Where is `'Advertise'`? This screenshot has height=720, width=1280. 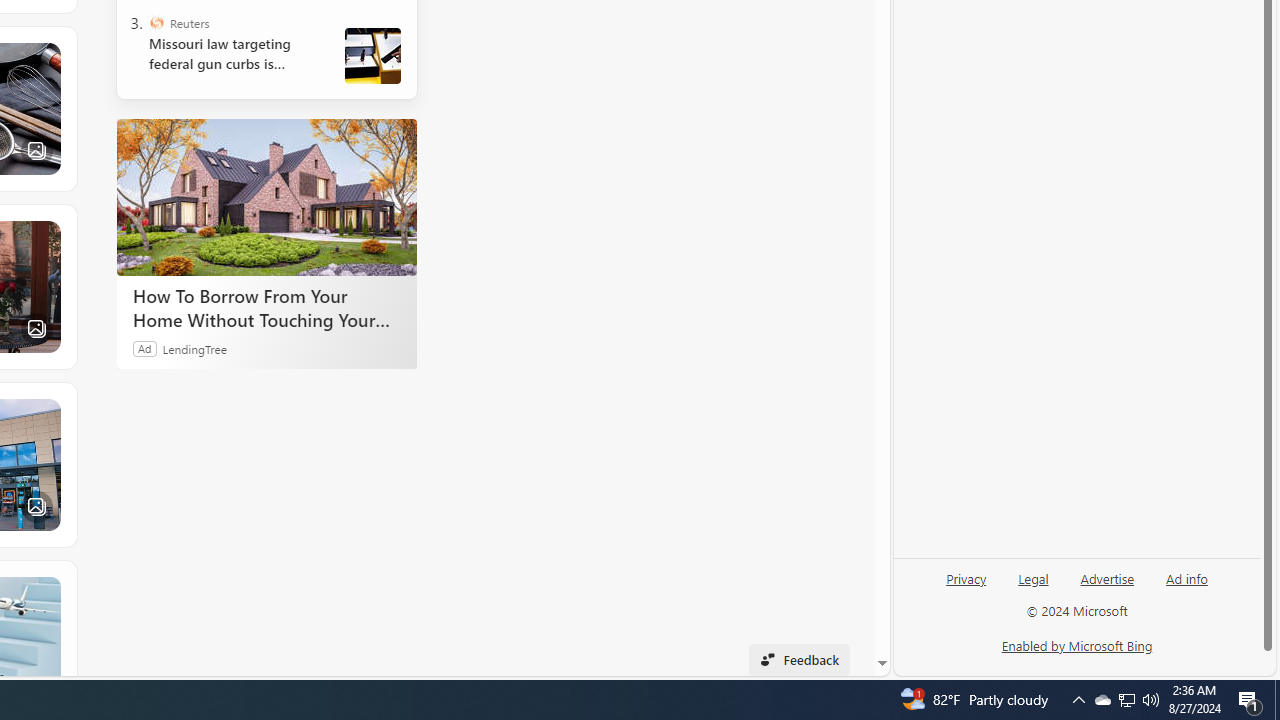 'Advertise' is located at coordinates (1106, 577).